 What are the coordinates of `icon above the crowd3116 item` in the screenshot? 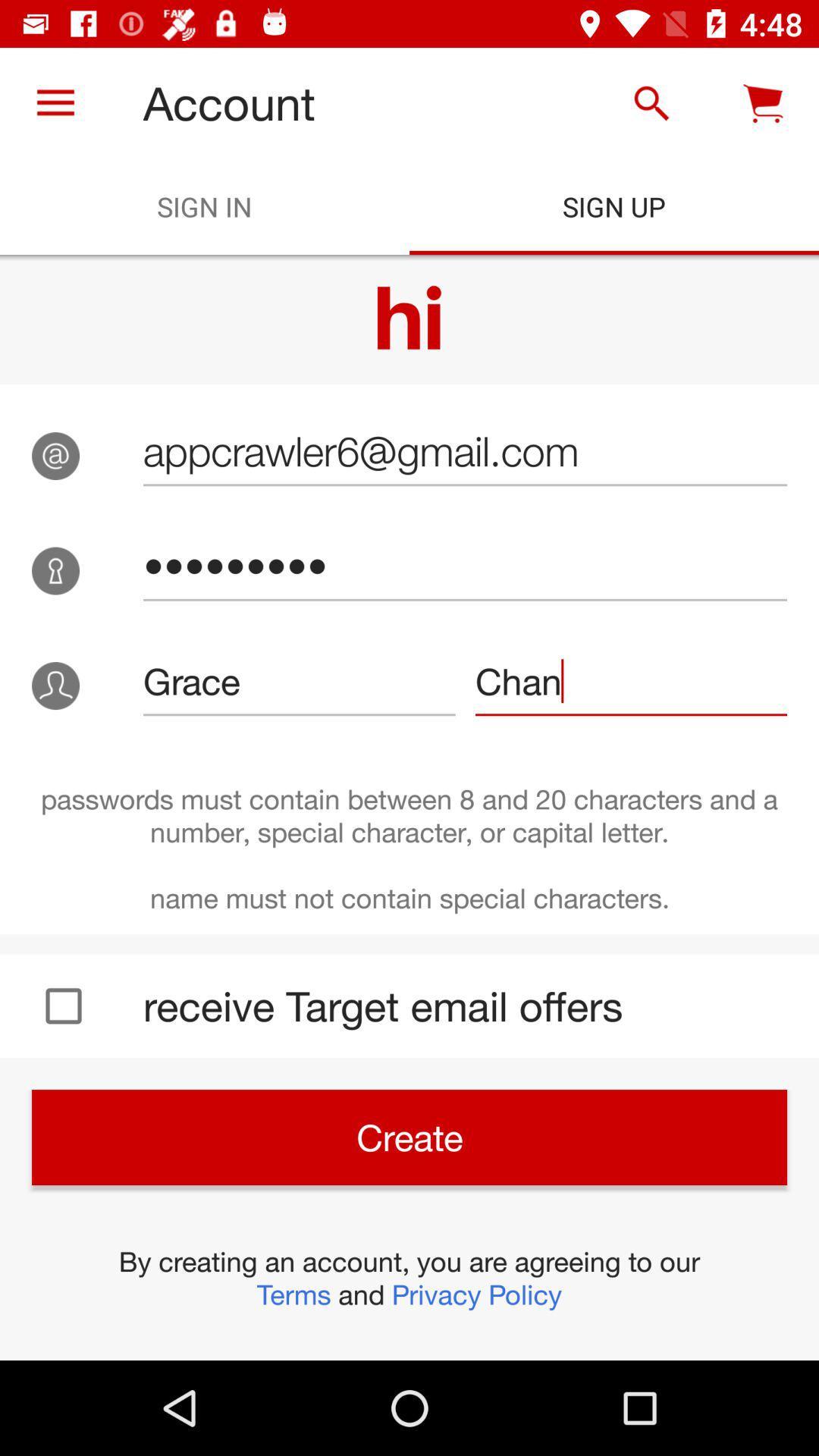 It's located at (464, 450).